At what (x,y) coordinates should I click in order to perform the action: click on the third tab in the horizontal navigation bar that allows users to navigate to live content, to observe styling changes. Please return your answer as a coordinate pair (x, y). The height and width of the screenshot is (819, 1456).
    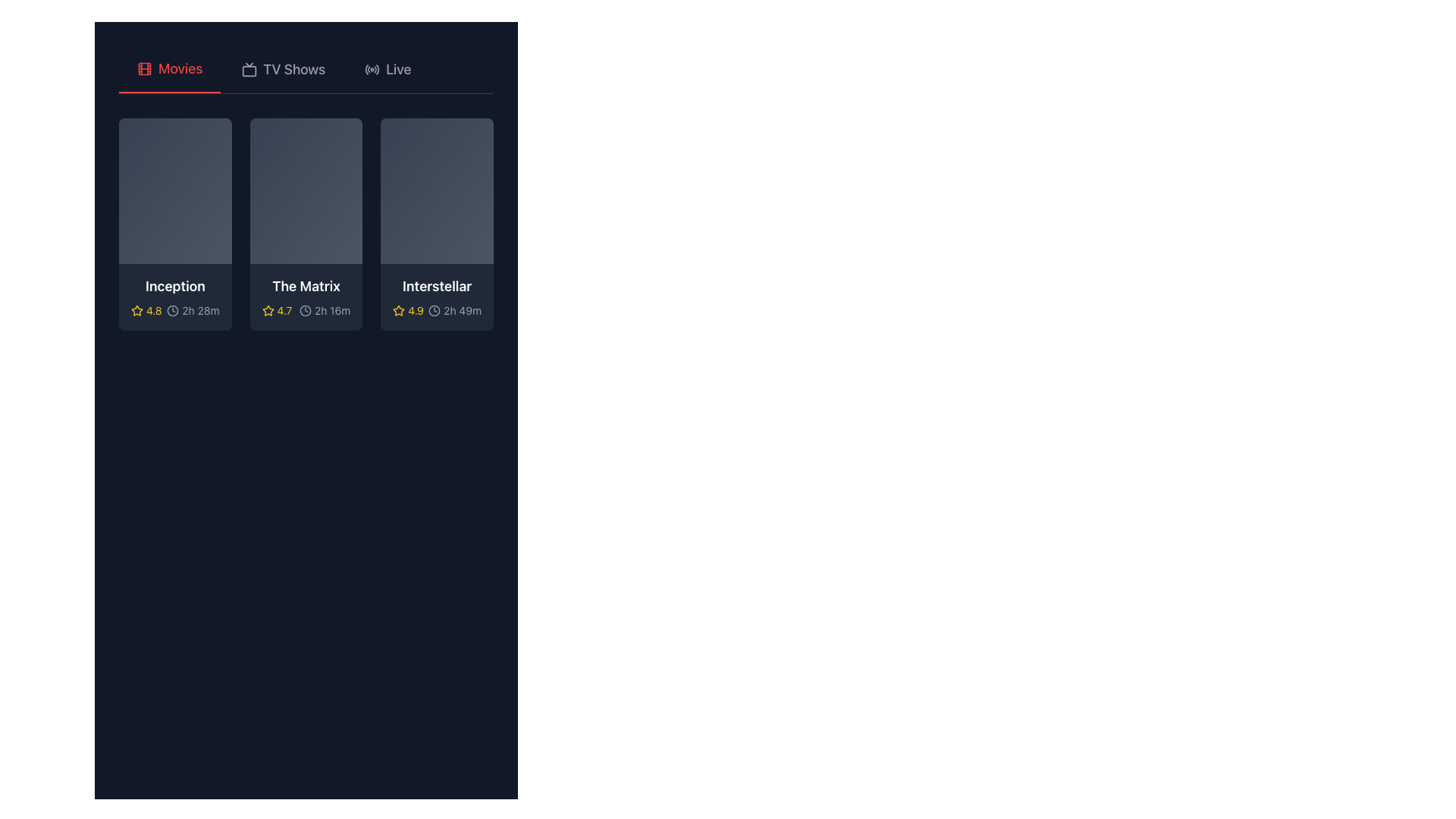
    Looking at the image, I should click on (388, 70).